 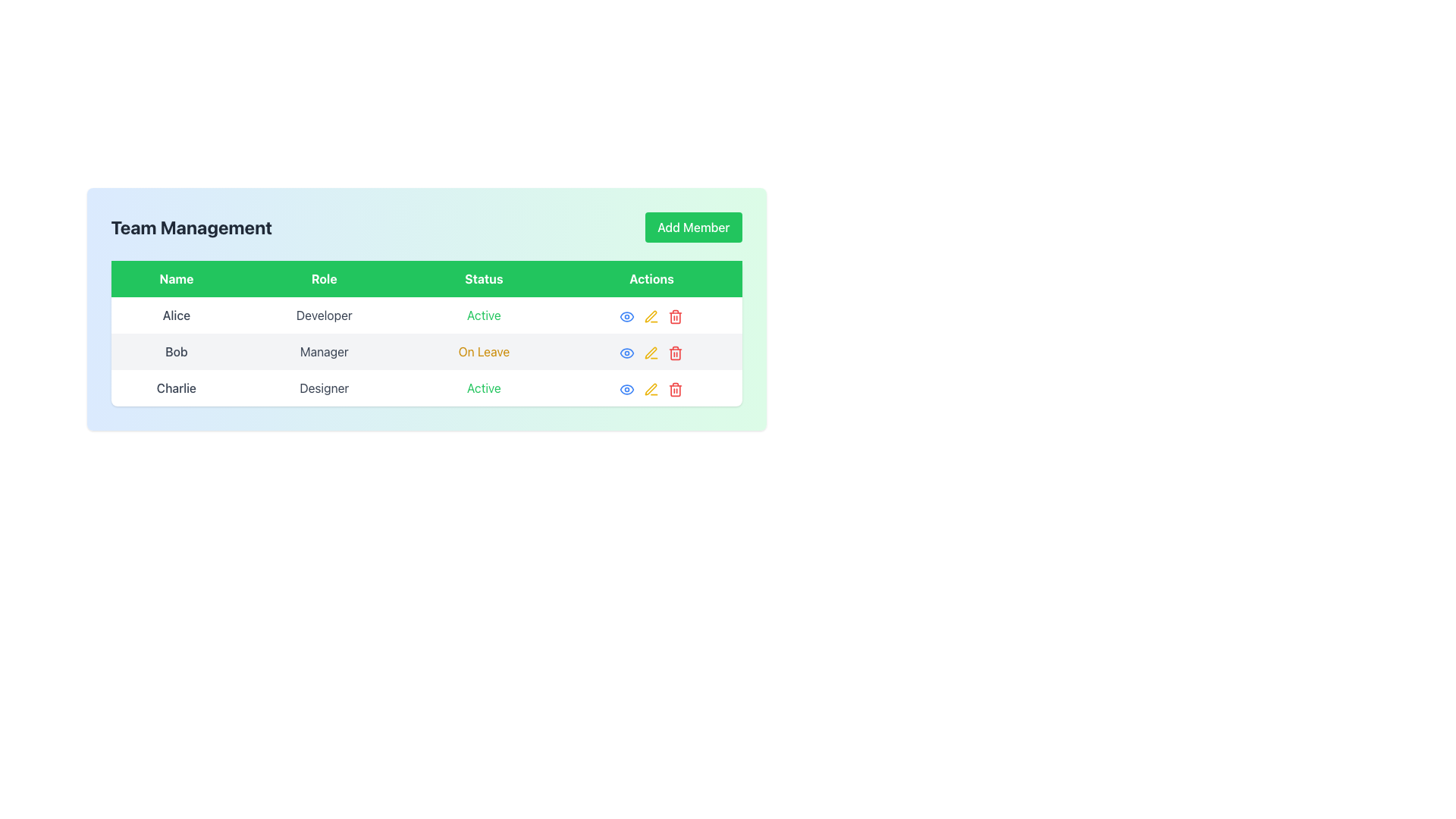 What do you see at coordinates (323, 315) in the screenshot?
I see `the text label displaying 'Developer' in the 'Role' column of the table, which is centered and adjacent to 'Alice' in the 'Name' column and 'Active' in the 'Status' column` at bounding box center [323, 315].